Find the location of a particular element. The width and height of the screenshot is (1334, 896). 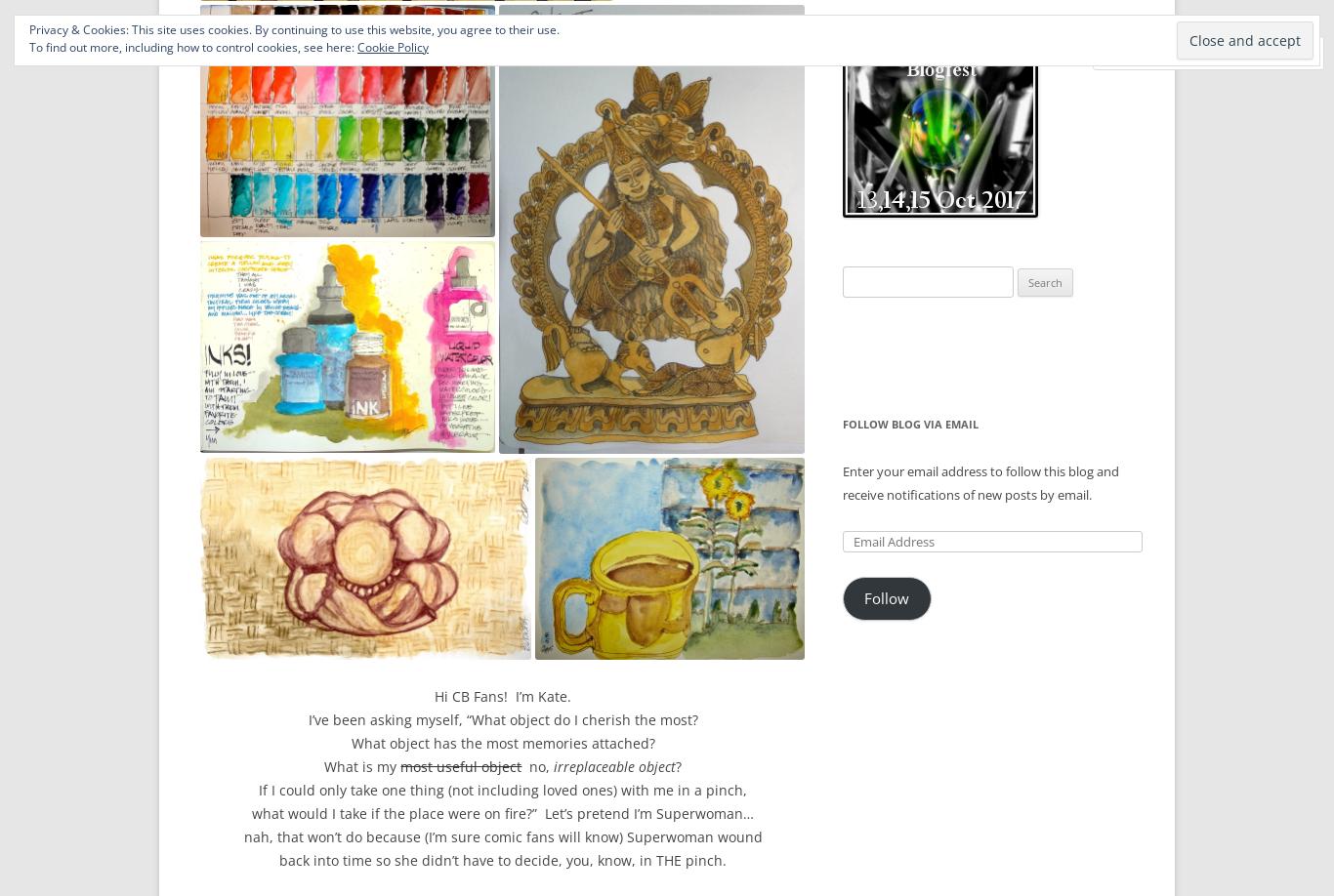

'Privacy & Cookies: This site uses cookies. By continuing to use this website, you agree to their use.' is located at coordinates (294, 29).